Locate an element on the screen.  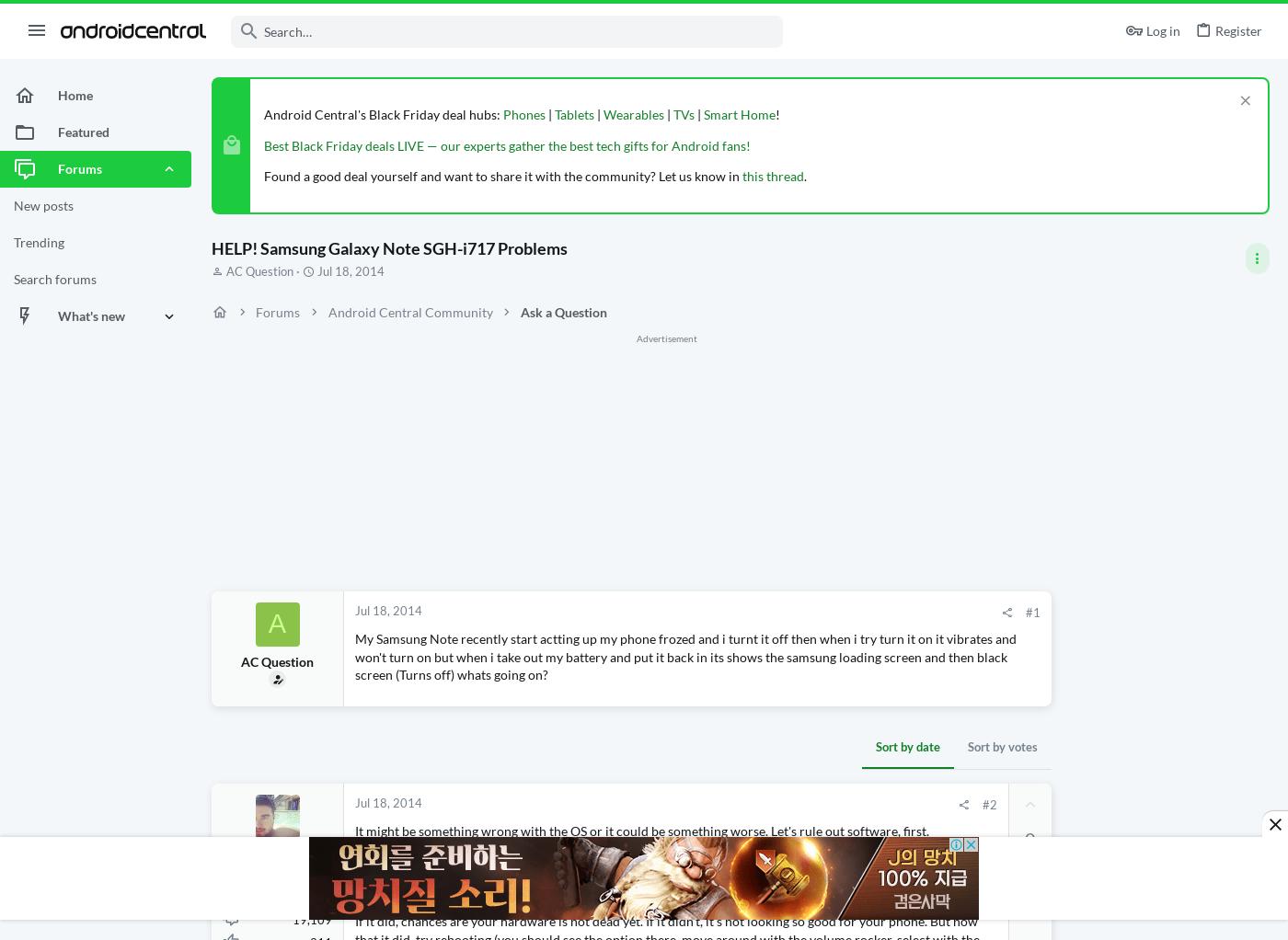
'A' is located at coordinates (277, 622).